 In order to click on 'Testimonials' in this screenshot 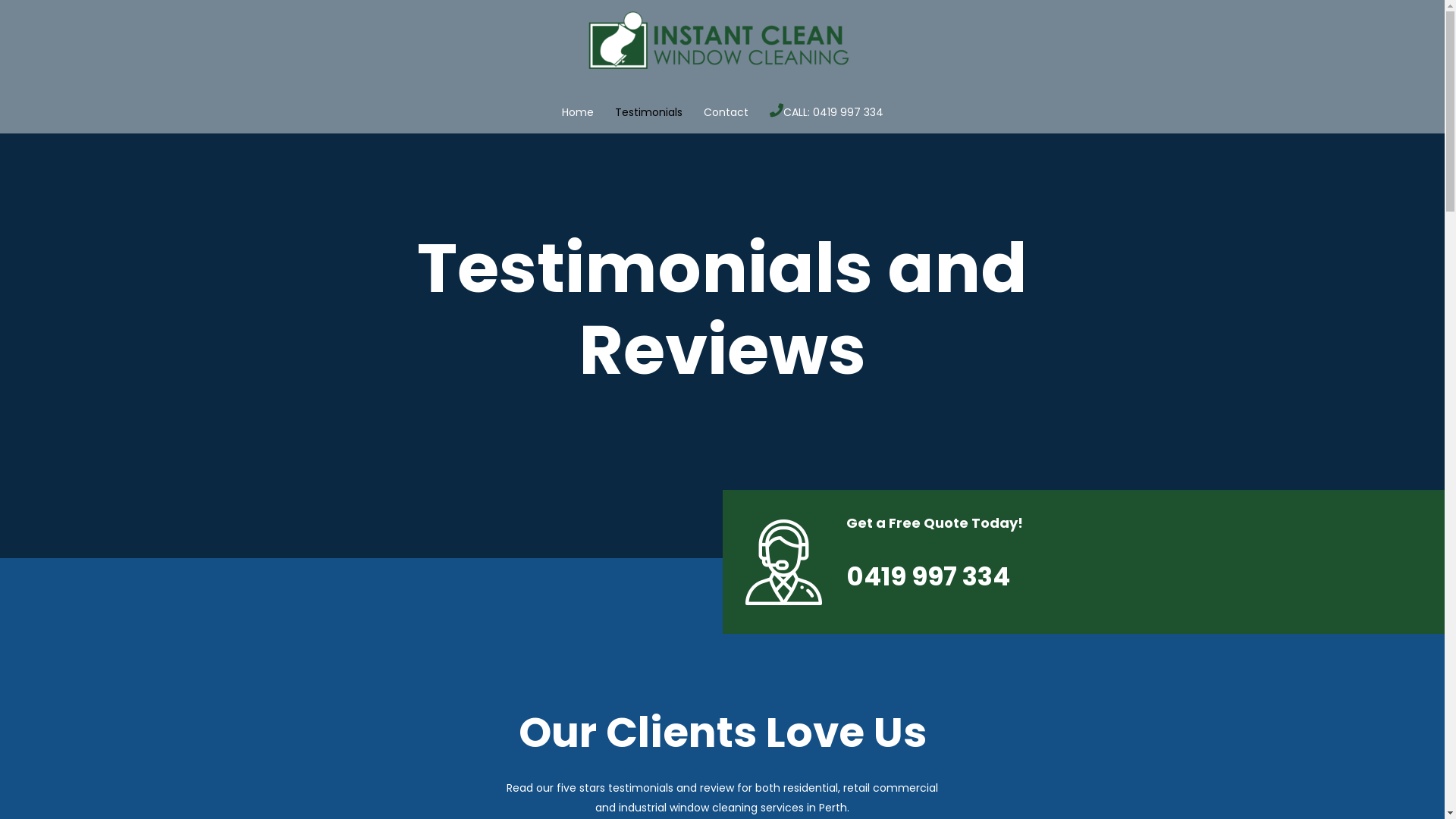, I will do `click(603, 111)`.